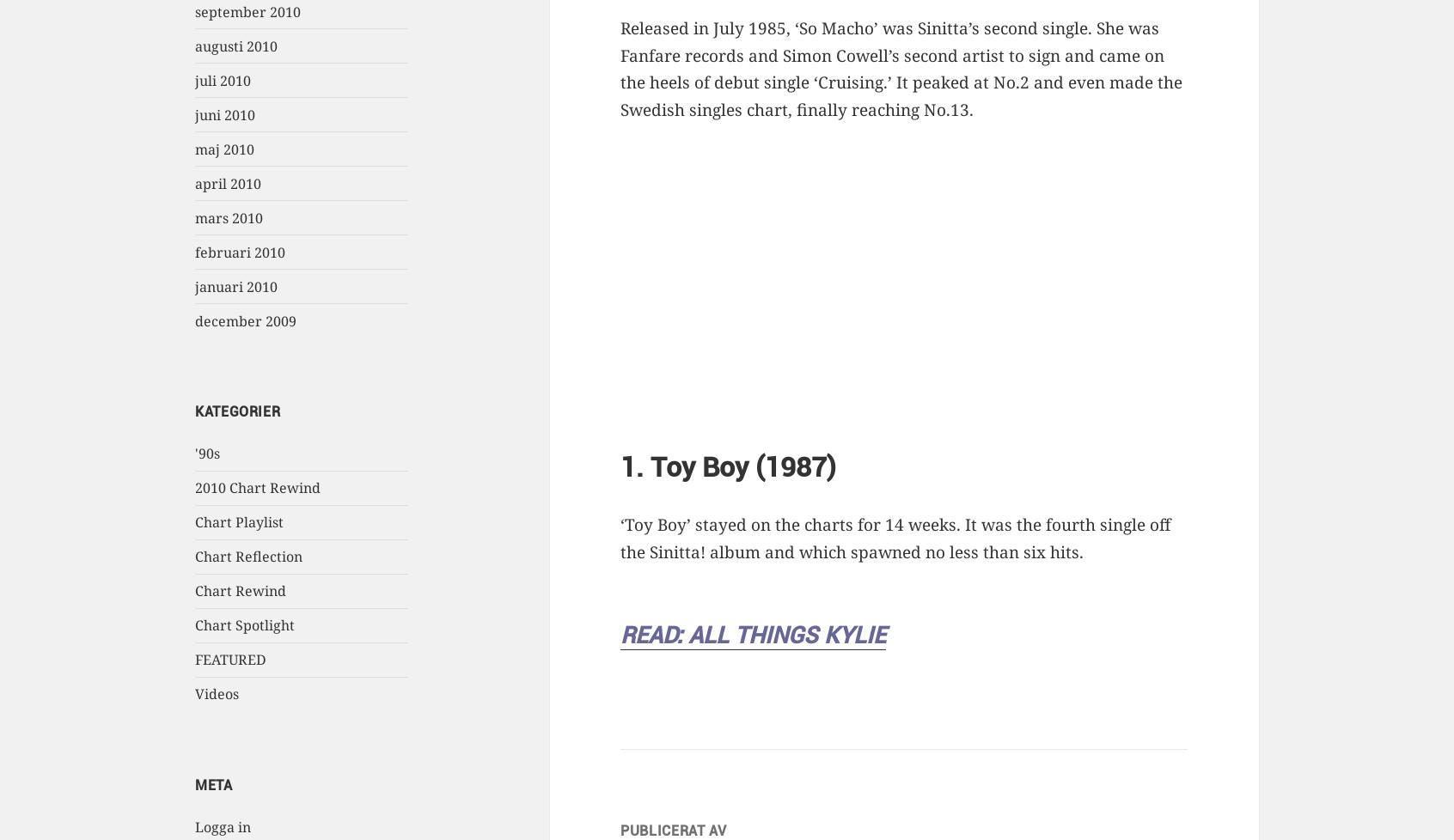  What do you see at coordinates (213, 783) in the screenshot?
I see `'Meta'` at bounding box center [213, 783].